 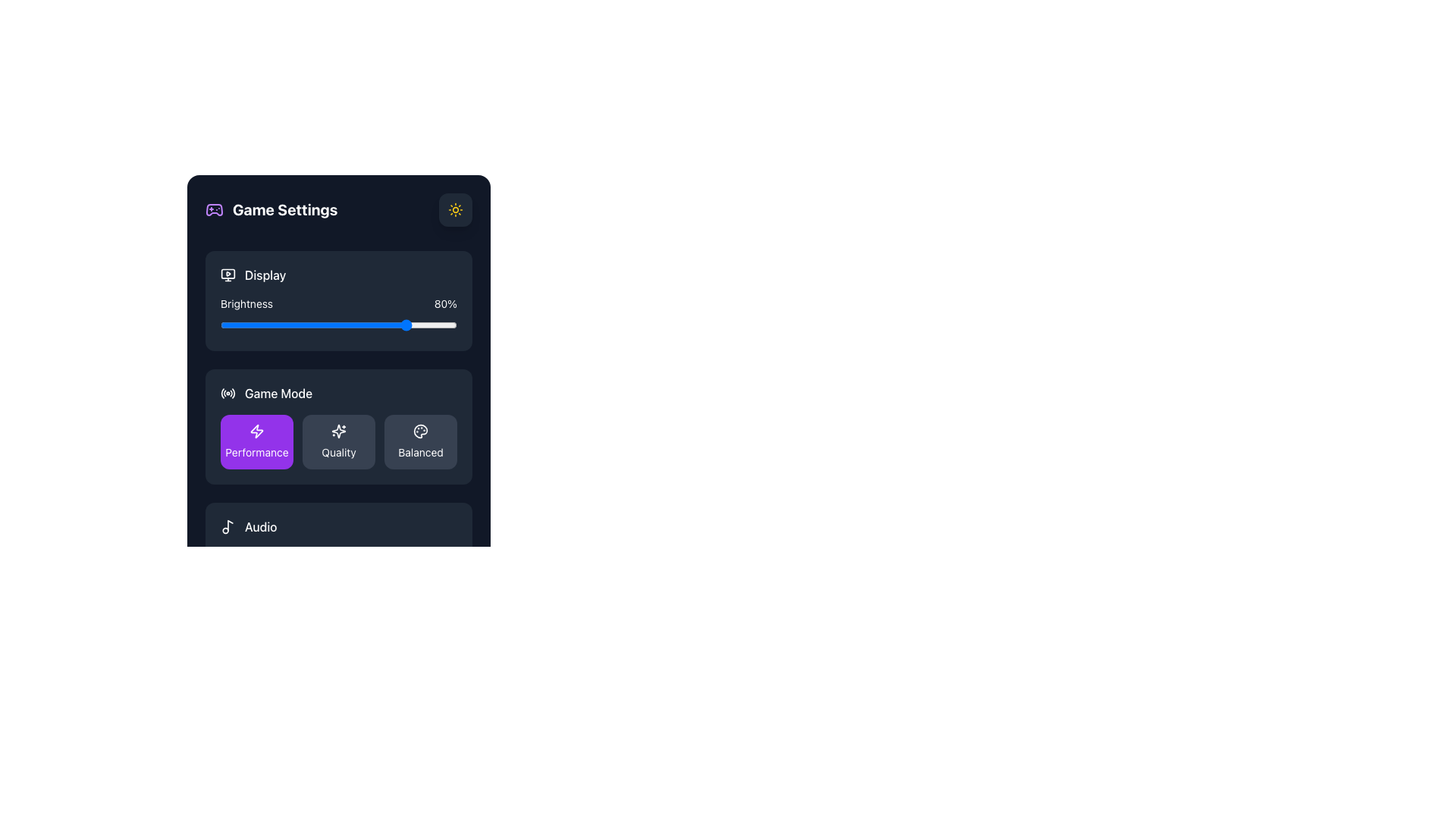 What do you see at coordinates (214, 210) in the screenshot?
I see `the central body of the gamepad icon, which is a dark-colored SVG element located in the 'Game Settings' panel, near the top-left corner next to the 'Game Settings' title` at bounding box center [214, 210].